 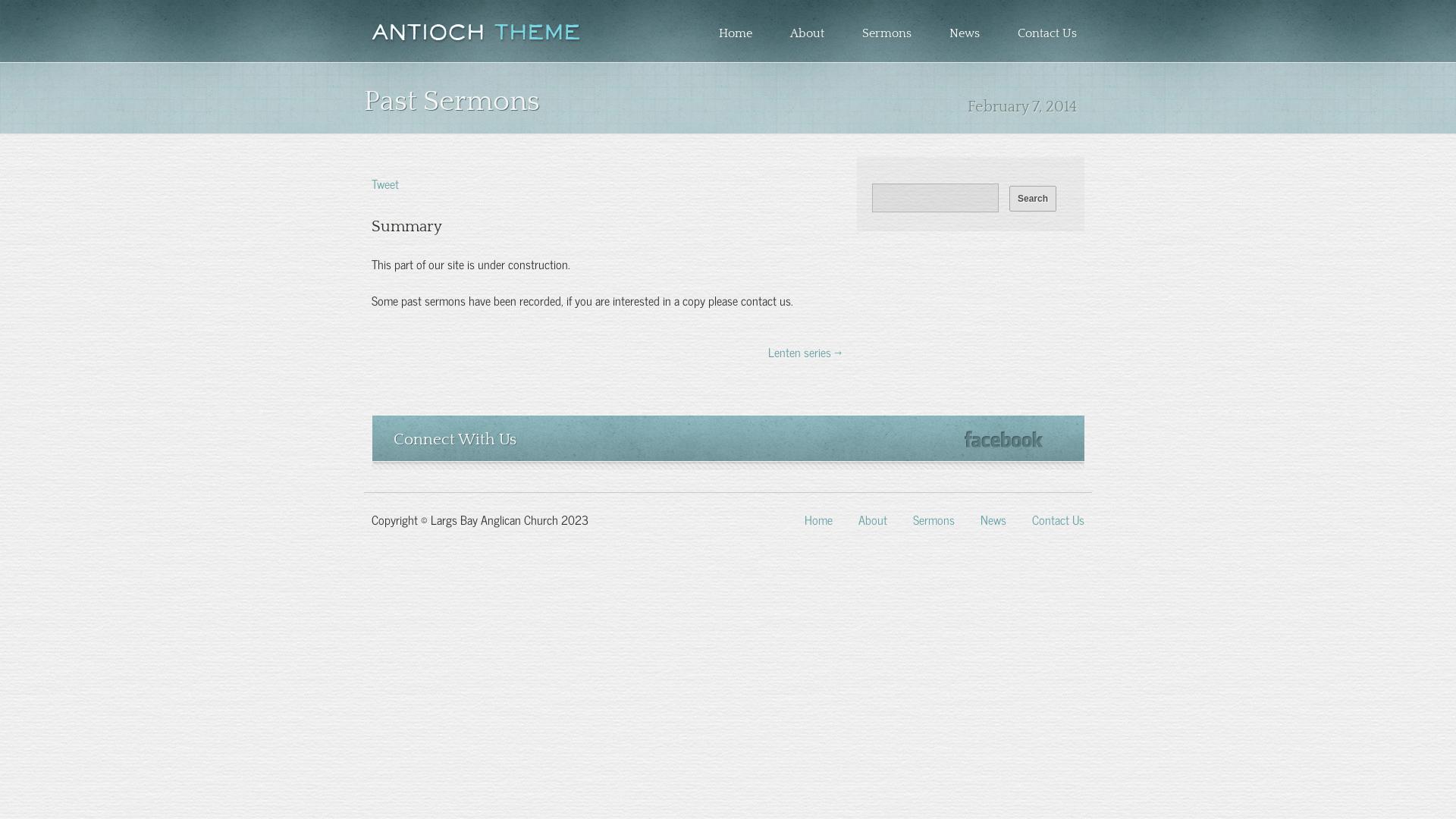 What do you see at coordinates (718, 33) in the screenshot?
I see `'Home'` at bounding box center [718, 33].